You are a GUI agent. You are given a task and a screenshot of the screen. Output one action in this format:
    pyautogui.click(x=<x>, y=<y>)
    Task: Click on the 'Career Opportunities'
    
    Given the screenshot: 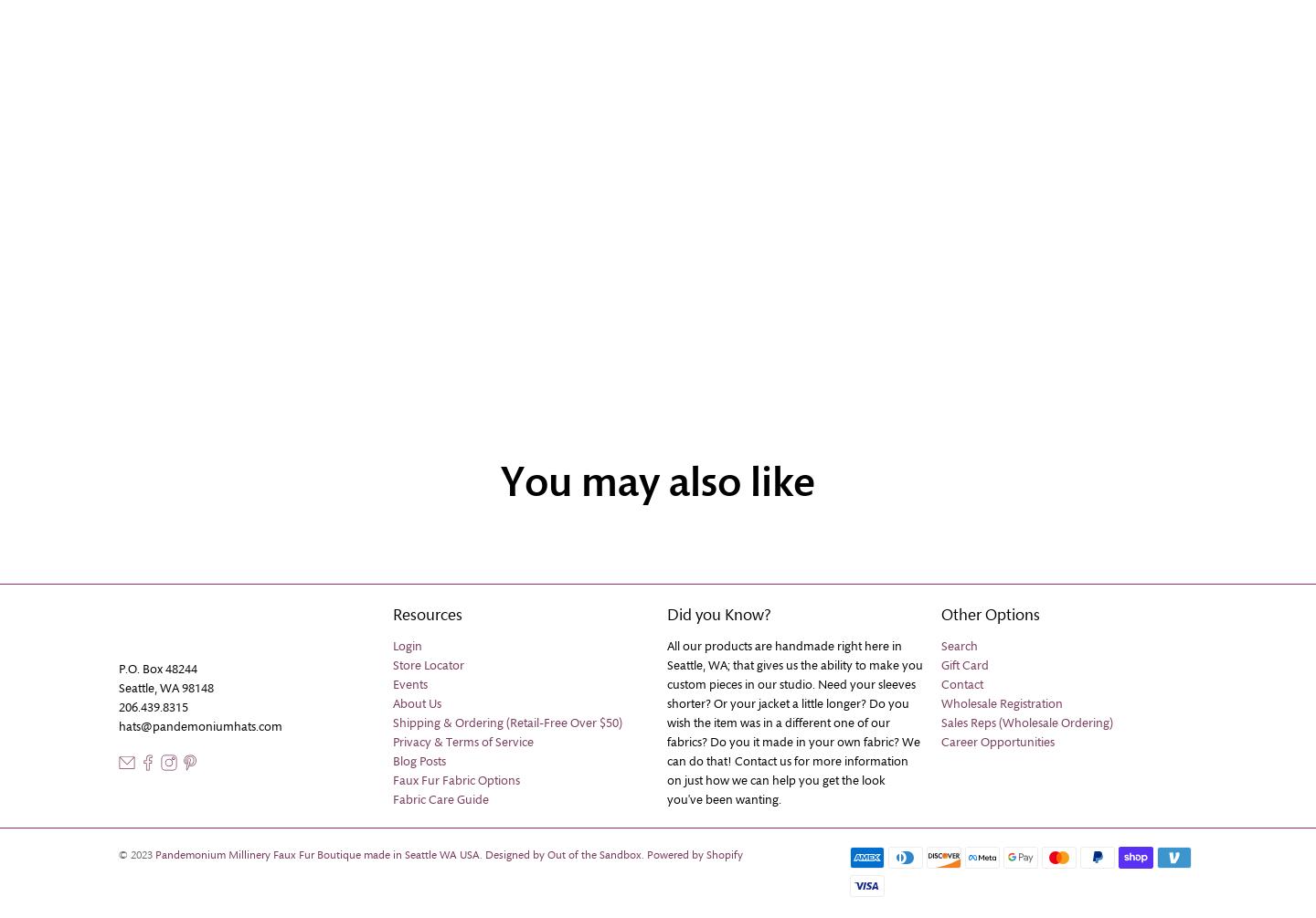 What is the action you would take?
    pyautogui.click(x=996, y=742)
    